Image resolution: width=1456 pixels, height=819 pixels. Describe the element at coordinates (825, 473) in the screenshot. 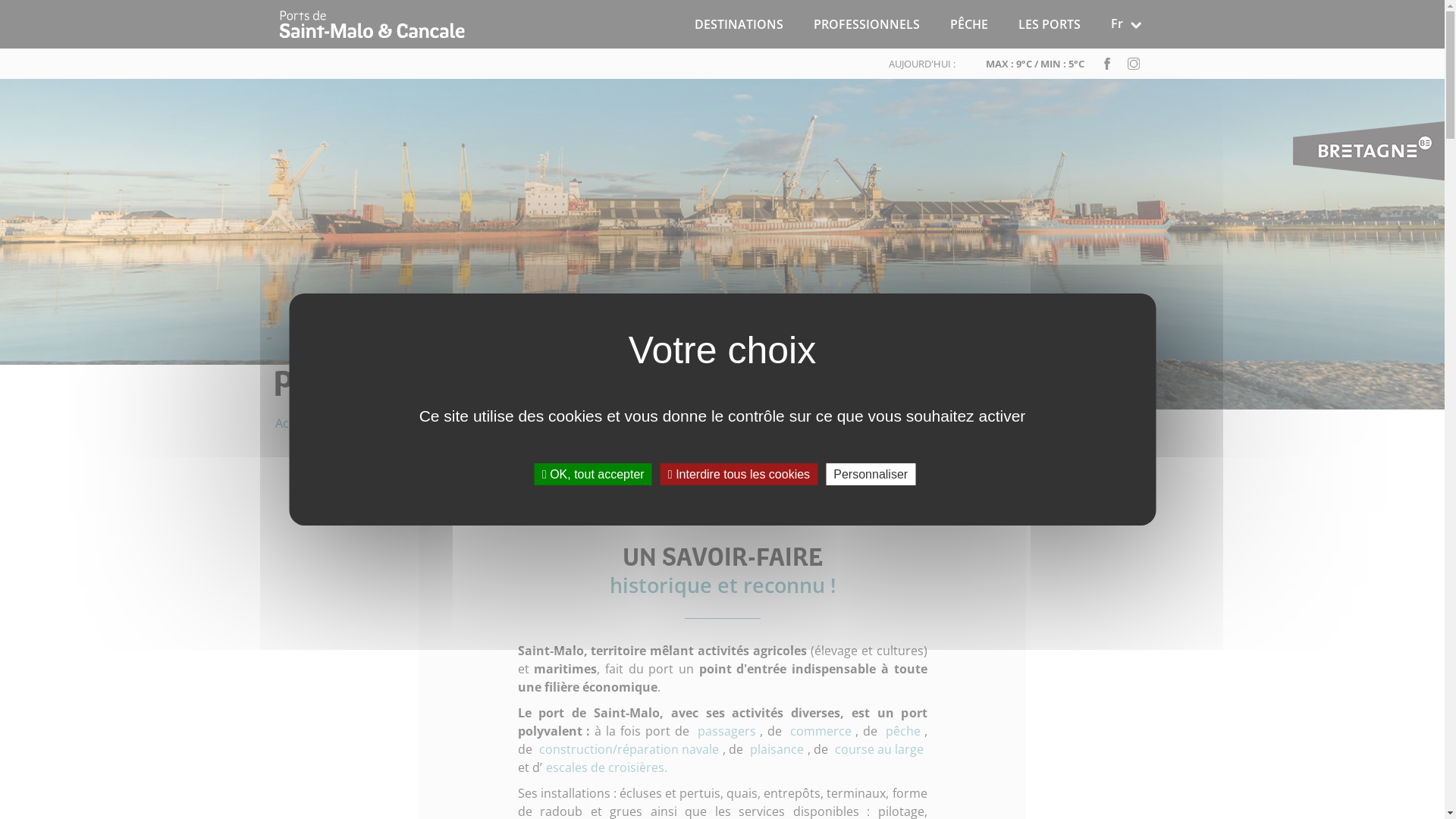

I see `'Personnaliser'` at that location.